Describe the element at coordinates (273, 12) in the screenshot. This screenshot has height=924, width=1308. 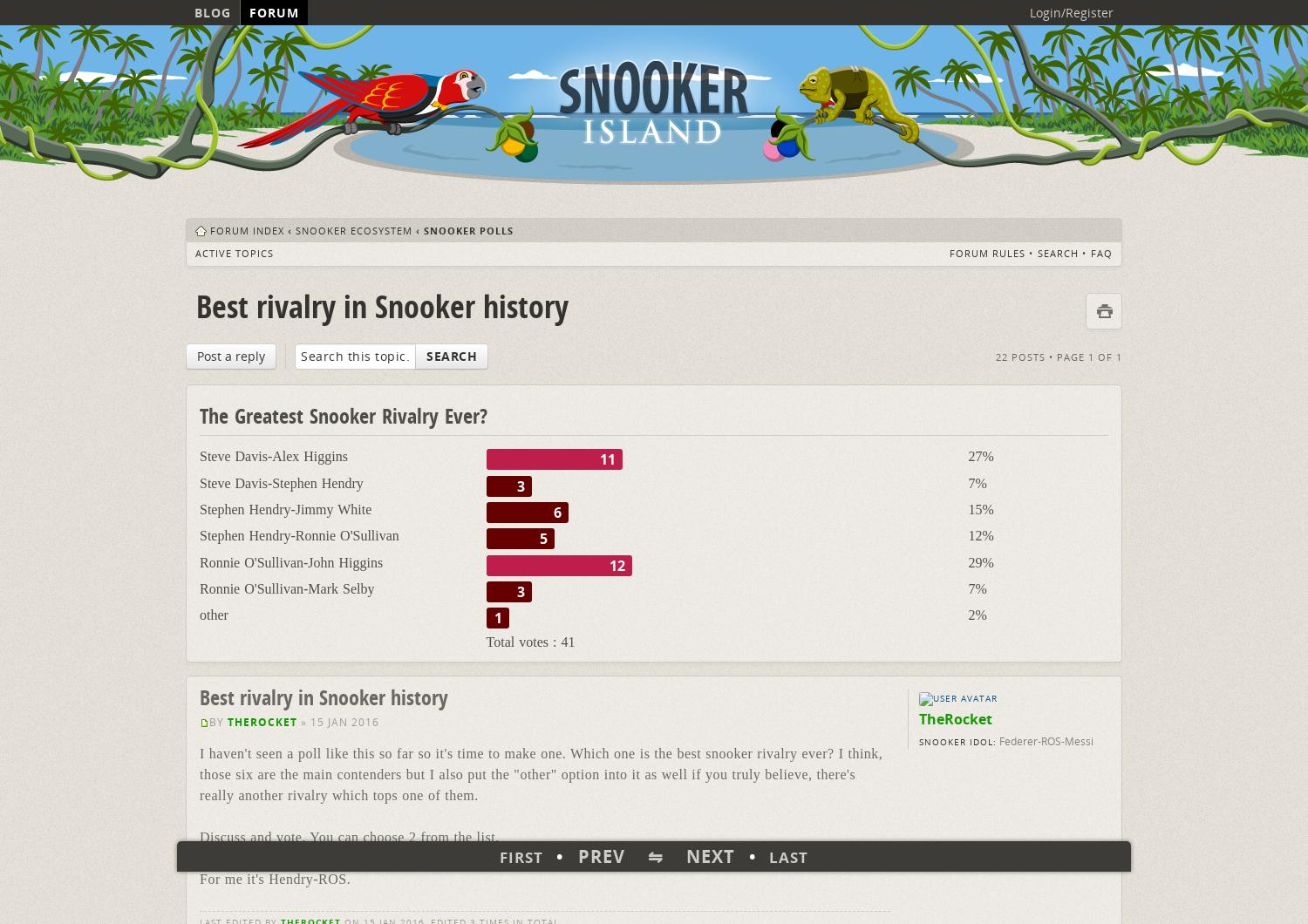
I see `'Forum'` at that location.